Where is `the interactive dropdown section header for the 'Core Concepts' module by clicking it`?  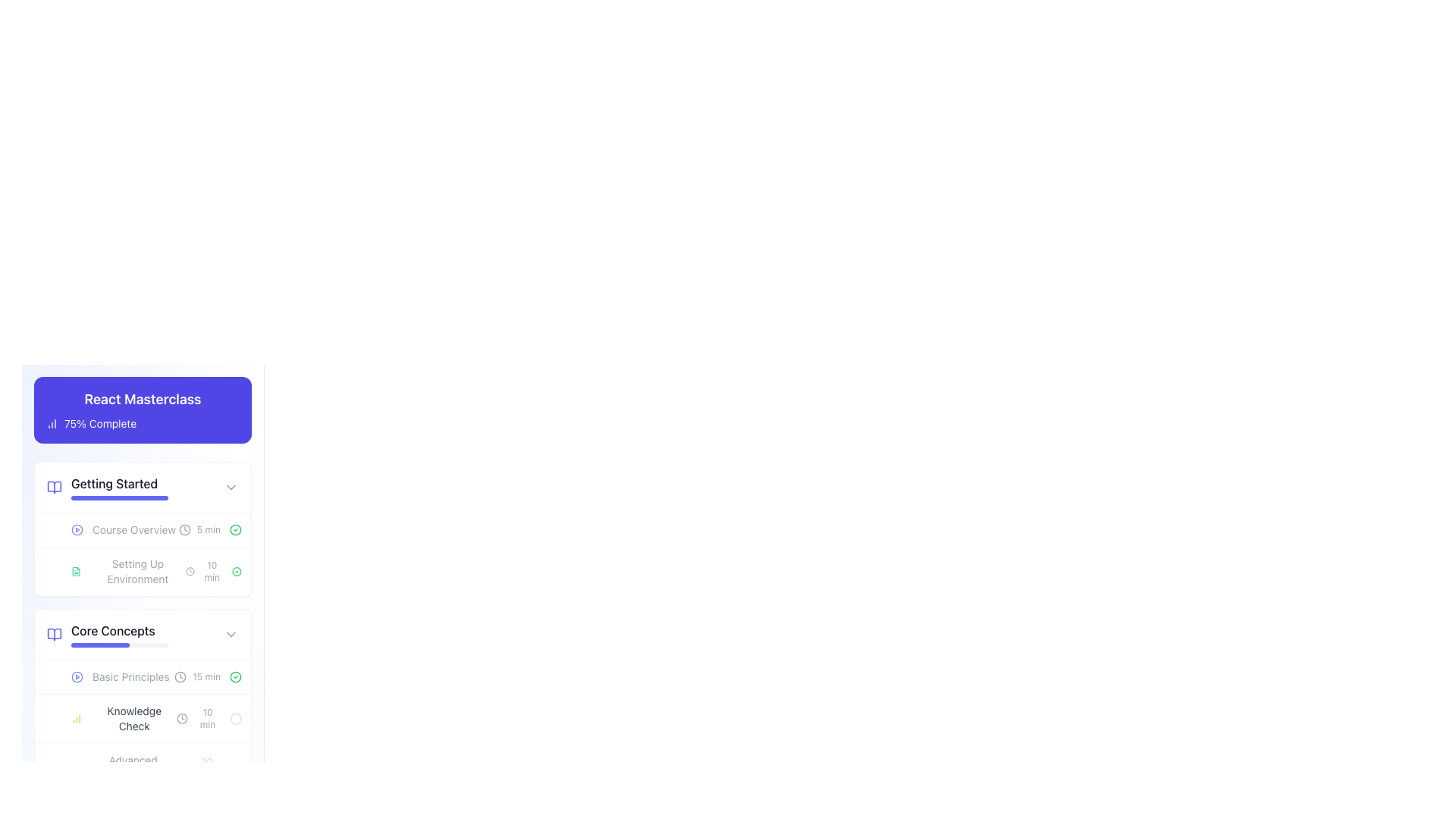
the interactive dropdown section header for the 'Core Concepts' module by clicking it is located at coordinates (143, 635).